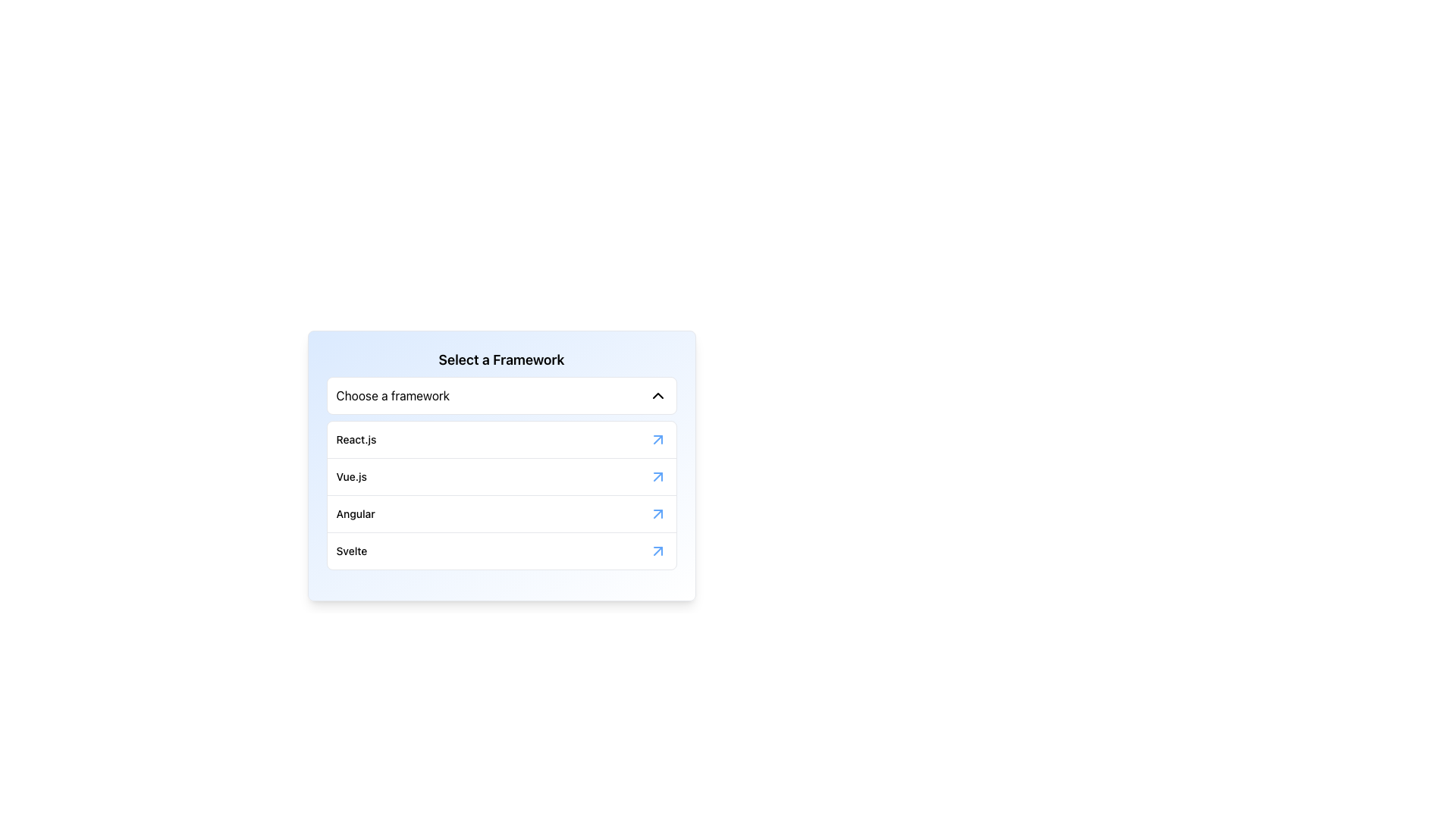 The image size is (1456, 819). I want to click on the vector graphic icon located to the right of the 'Svelte' list item, so click(657, 551).